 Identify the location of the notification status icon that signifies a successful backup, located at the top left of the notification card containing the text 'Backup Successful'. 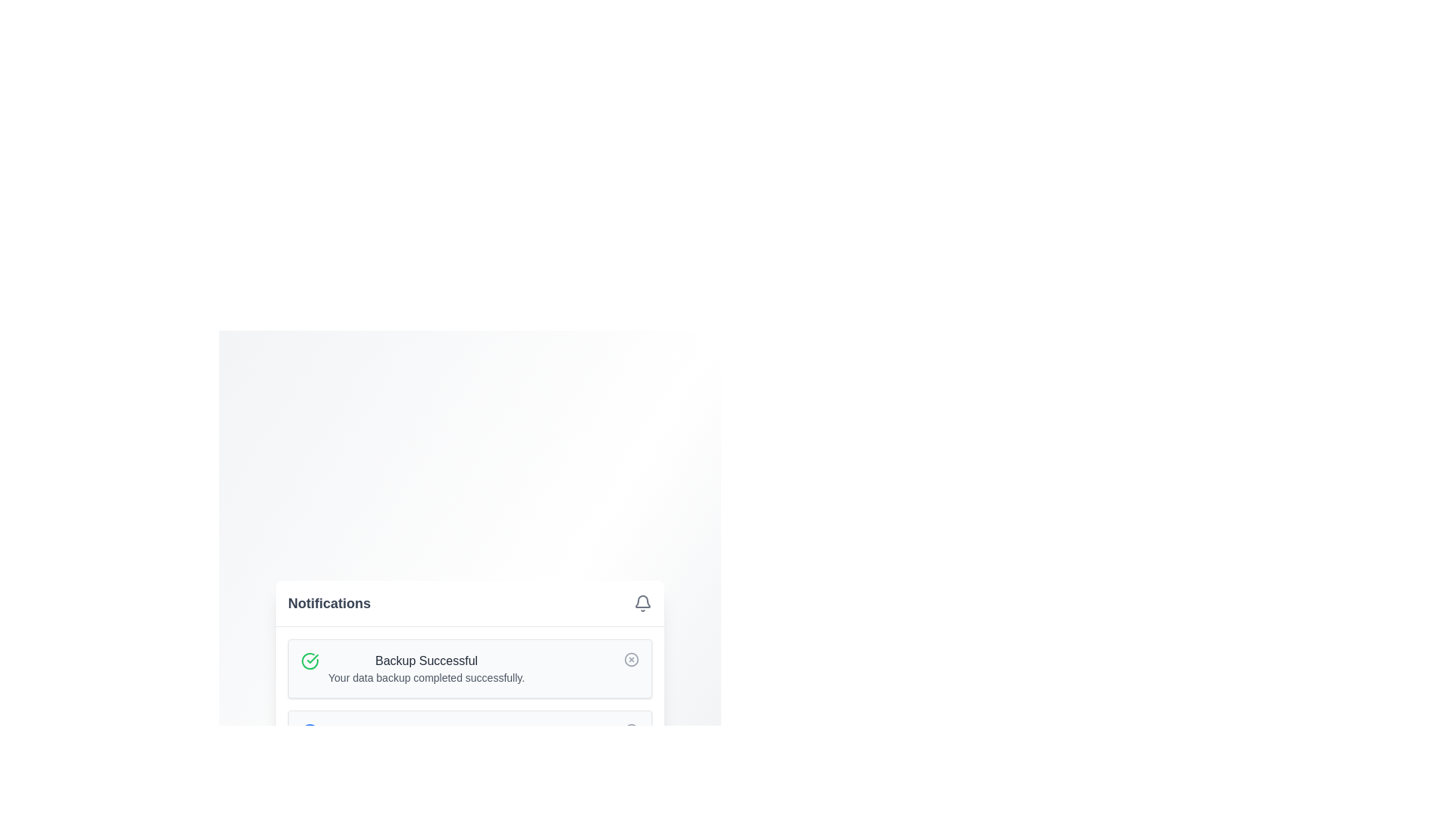
(309, 660).